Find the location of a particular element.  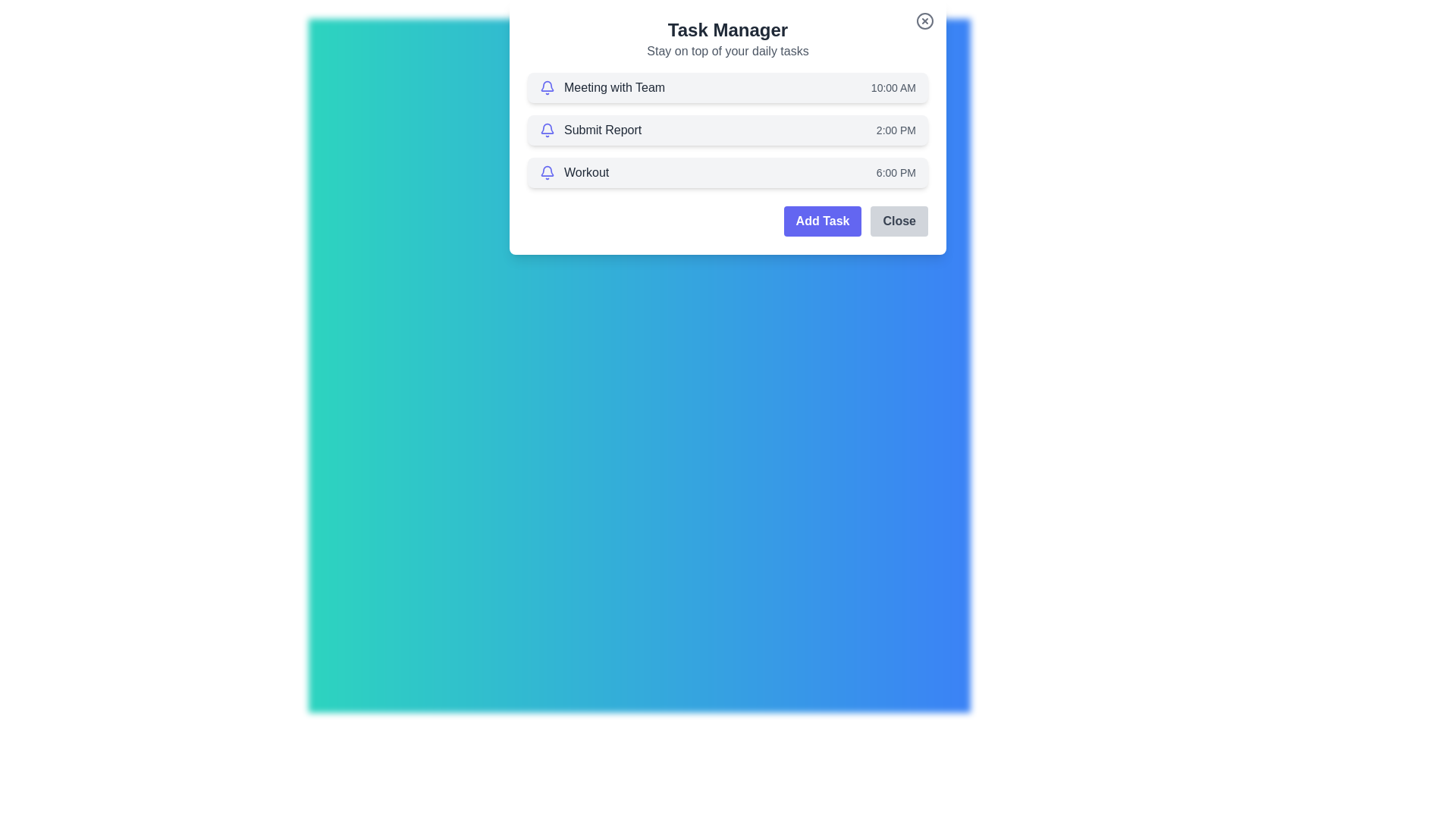

the notification indicator icon located at the leftmost position of the horizontal grouping, associated with the 'Submit Report' text is located at coordinates (546, 130).